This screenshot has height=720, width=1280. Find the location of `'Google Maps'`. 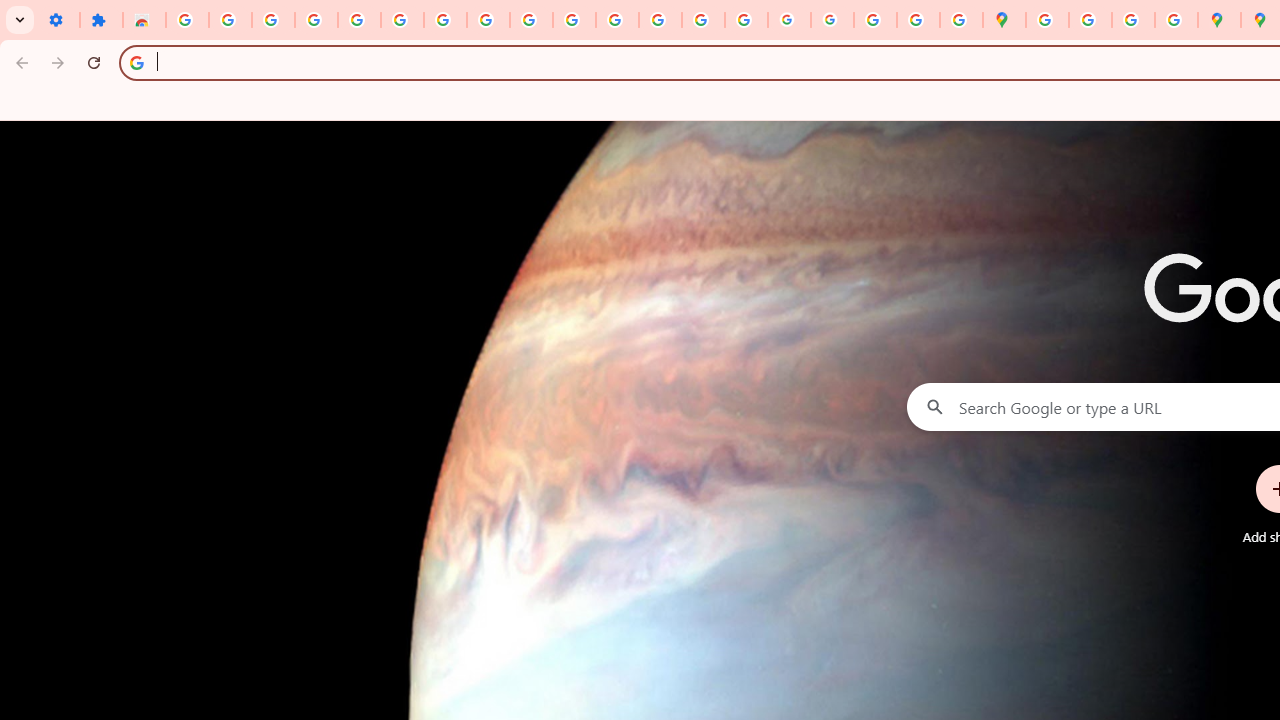

'Google Maps' is located at coordinates (1004, 20).